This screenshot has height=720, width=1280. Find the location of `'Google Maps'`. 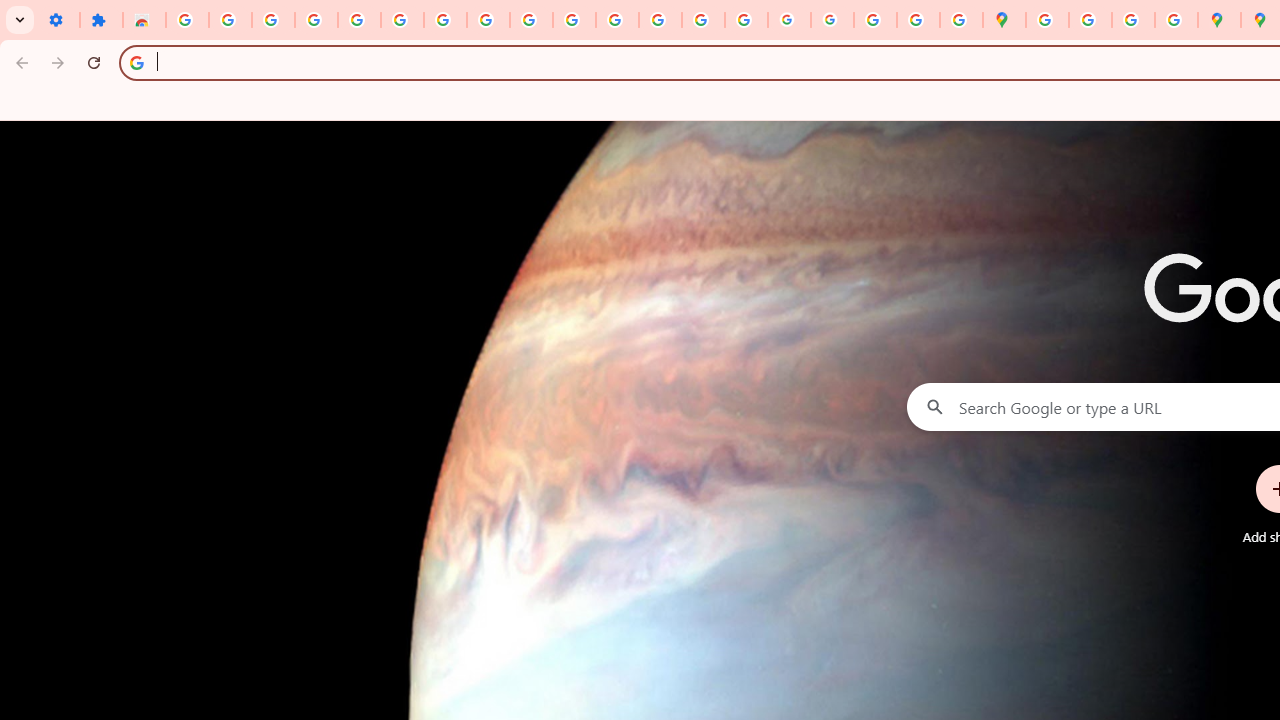

'Google Maps' is located at coordinates (1004, 20).